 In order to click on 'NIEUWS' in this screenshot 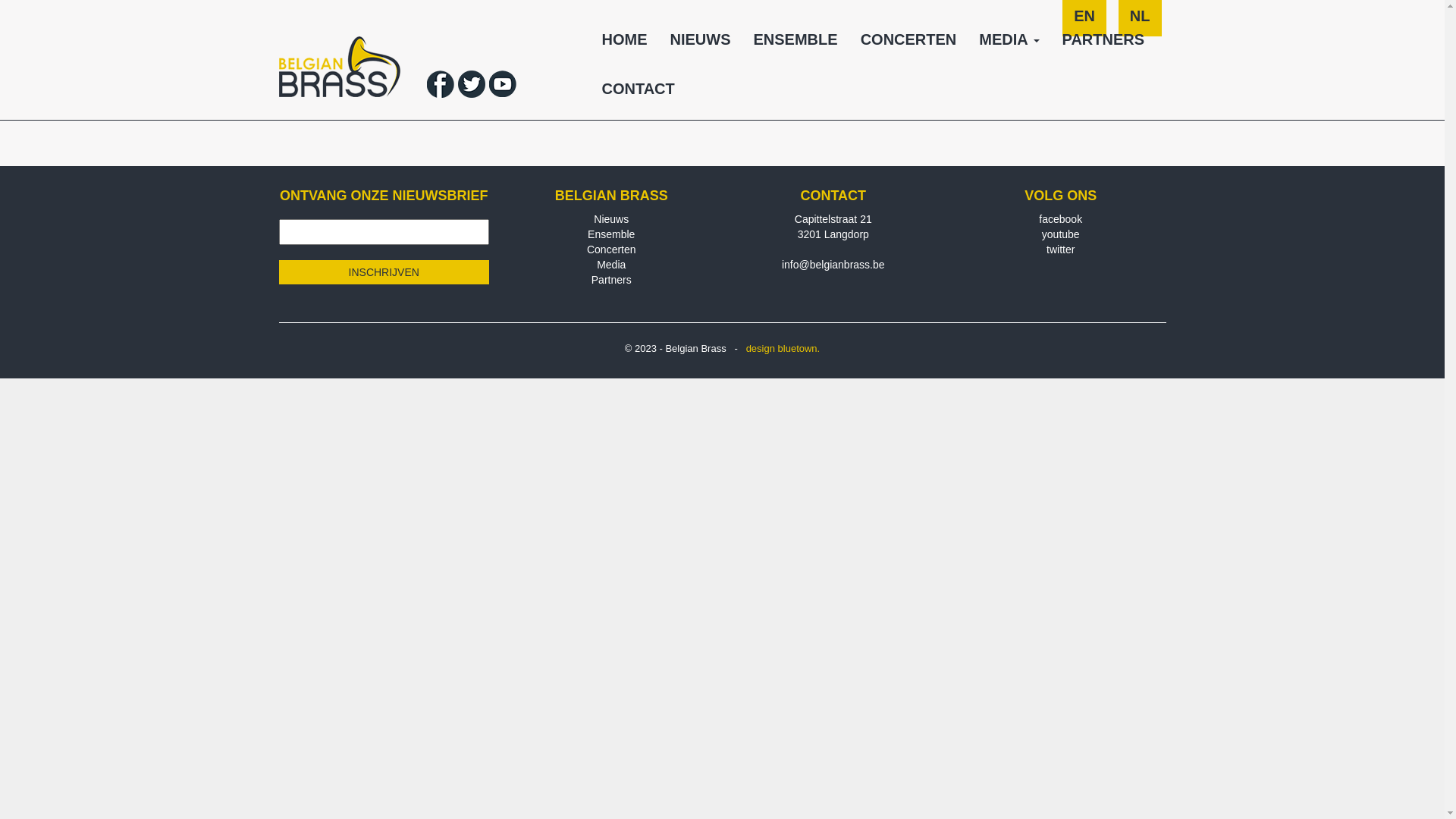, I will do `click(698, 44)`.